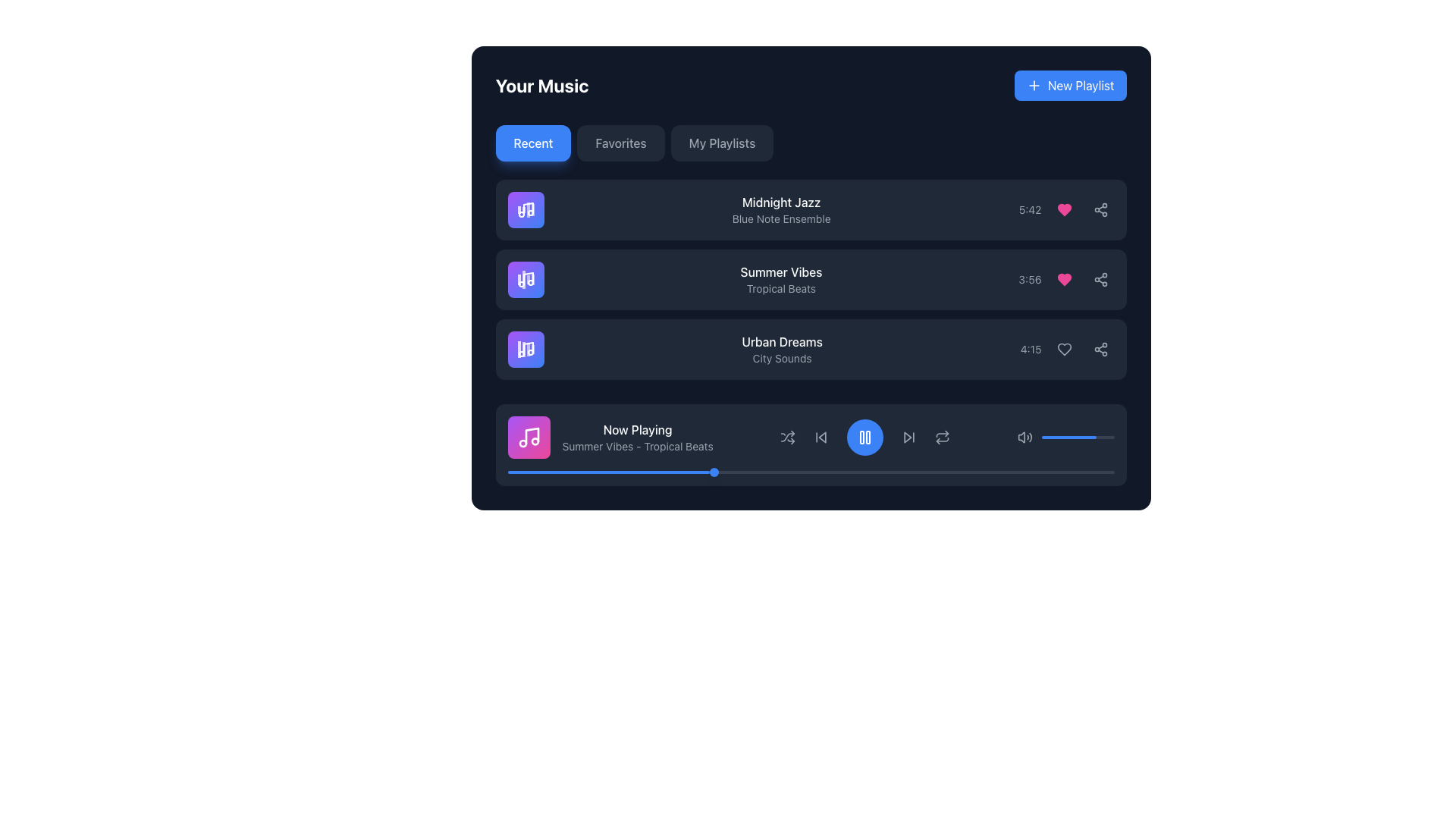 The width and height of the screenshot is (1456, 819). What do you see at coordinates (638, 438) in the screenshot?
I see `currently playing track's status and title information displayed in the text element located at the bottom section of the music player interface, to the right of the colorful music icon and above the progress bar` at bounding box center [638, 438].